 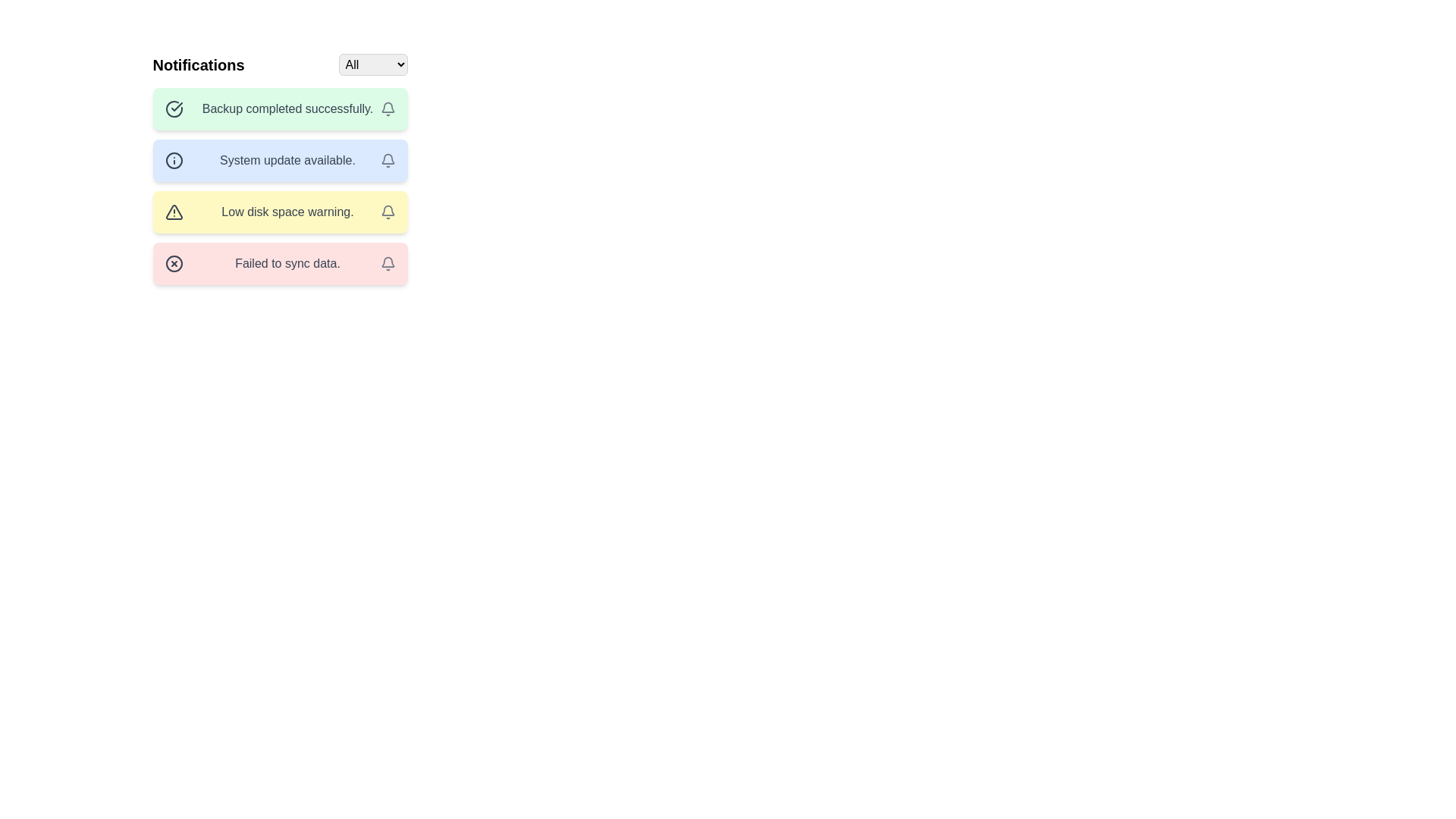 I want to click on the circular checkmark icon located on the left side of the notification labeled 'Backup completed successfully.', so click(x=174, y=108).